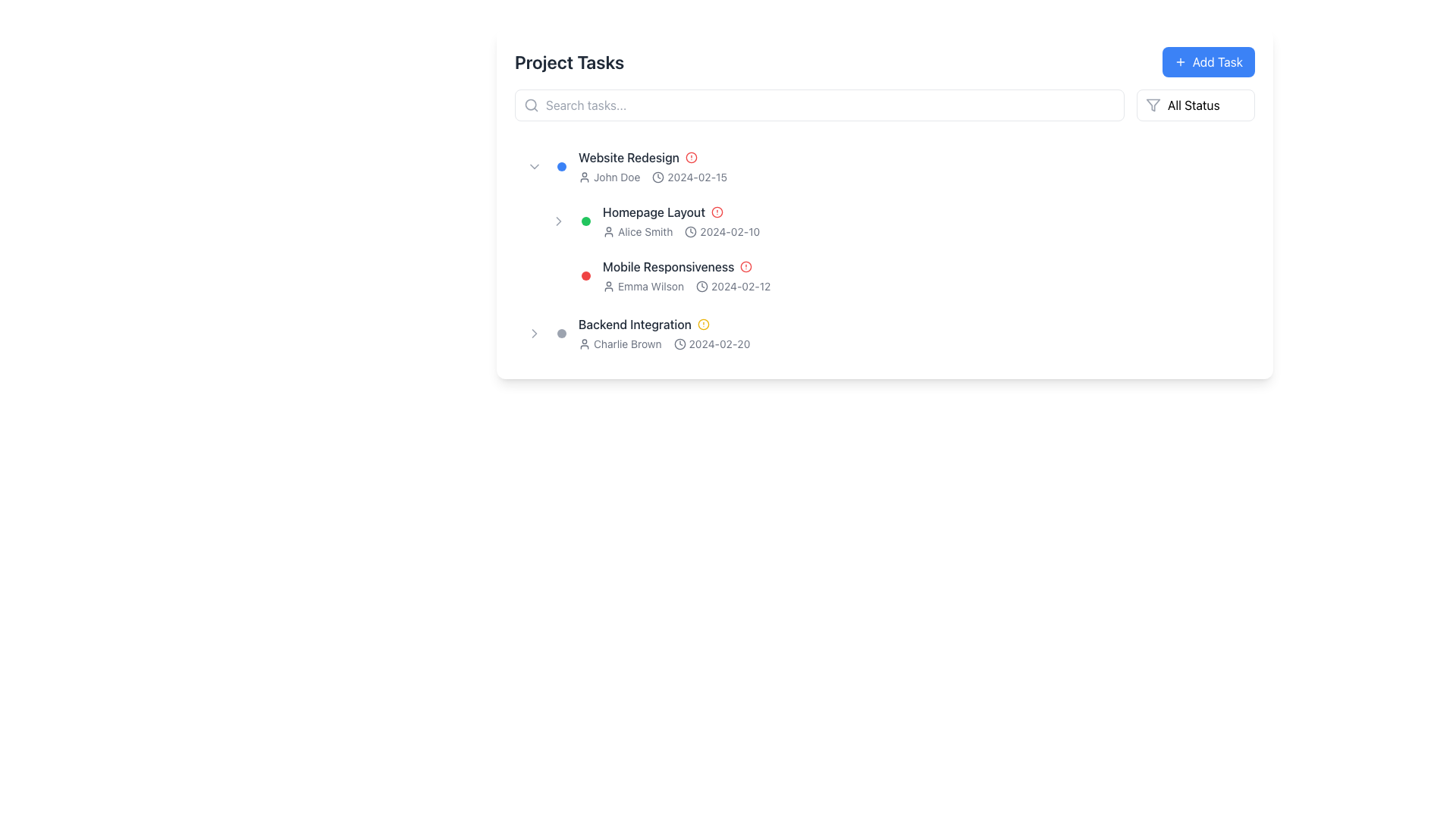 Image resolution: width=1456 pixels, height=819 pixels. Describe the element at coordinates (912, 166) in the screenshot. I see `the task entry labeled 'Website Redesign'` at that location.